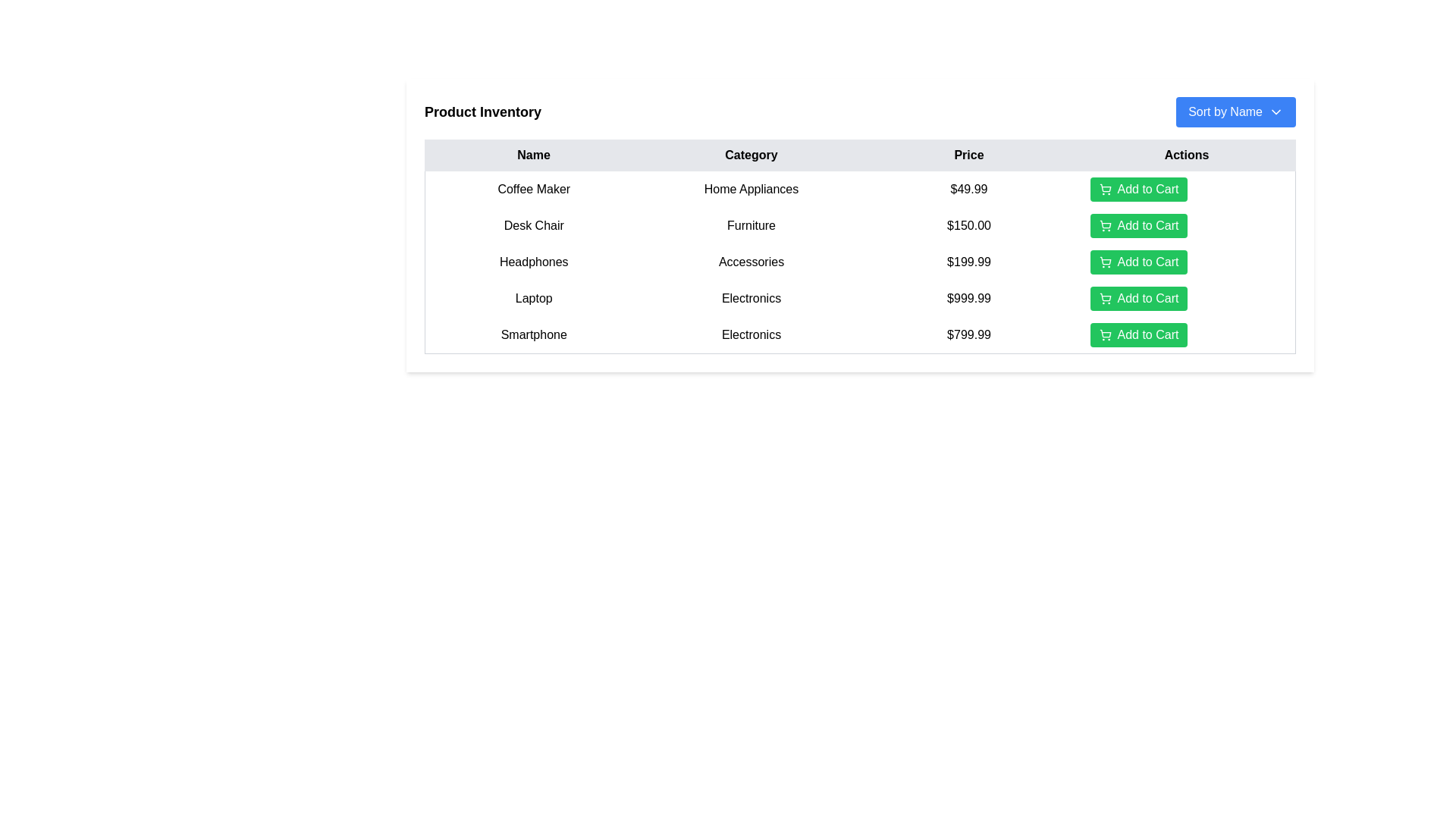  What do you see at coordinates (1105, 259) in the screenshot?
I see `the 'Add to Cart' icon located in the Actions column of the product inventory table for the item 'Headphones'` at bounding box center [1105, 259].